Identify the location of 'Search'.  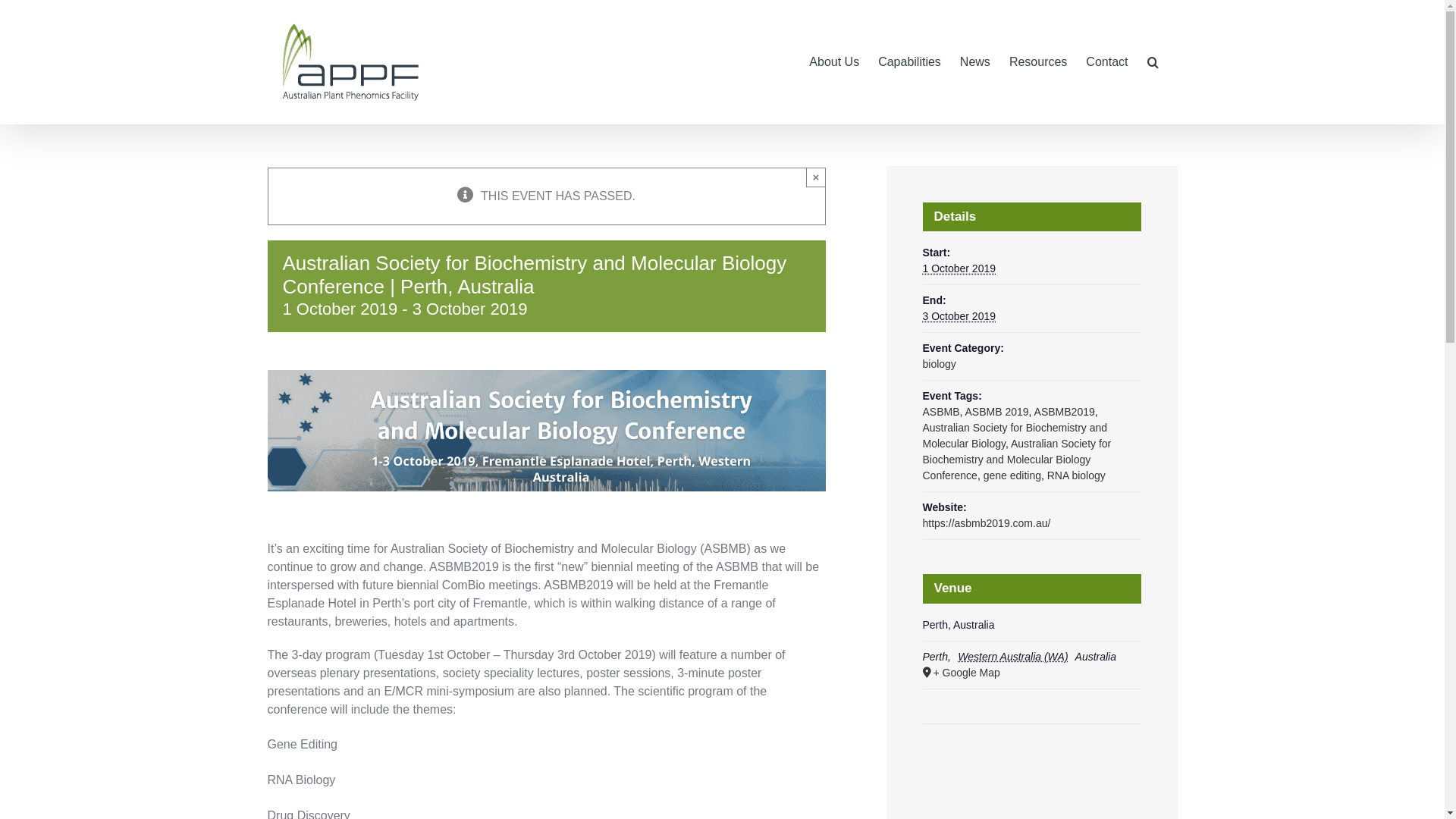
(1152, 61).